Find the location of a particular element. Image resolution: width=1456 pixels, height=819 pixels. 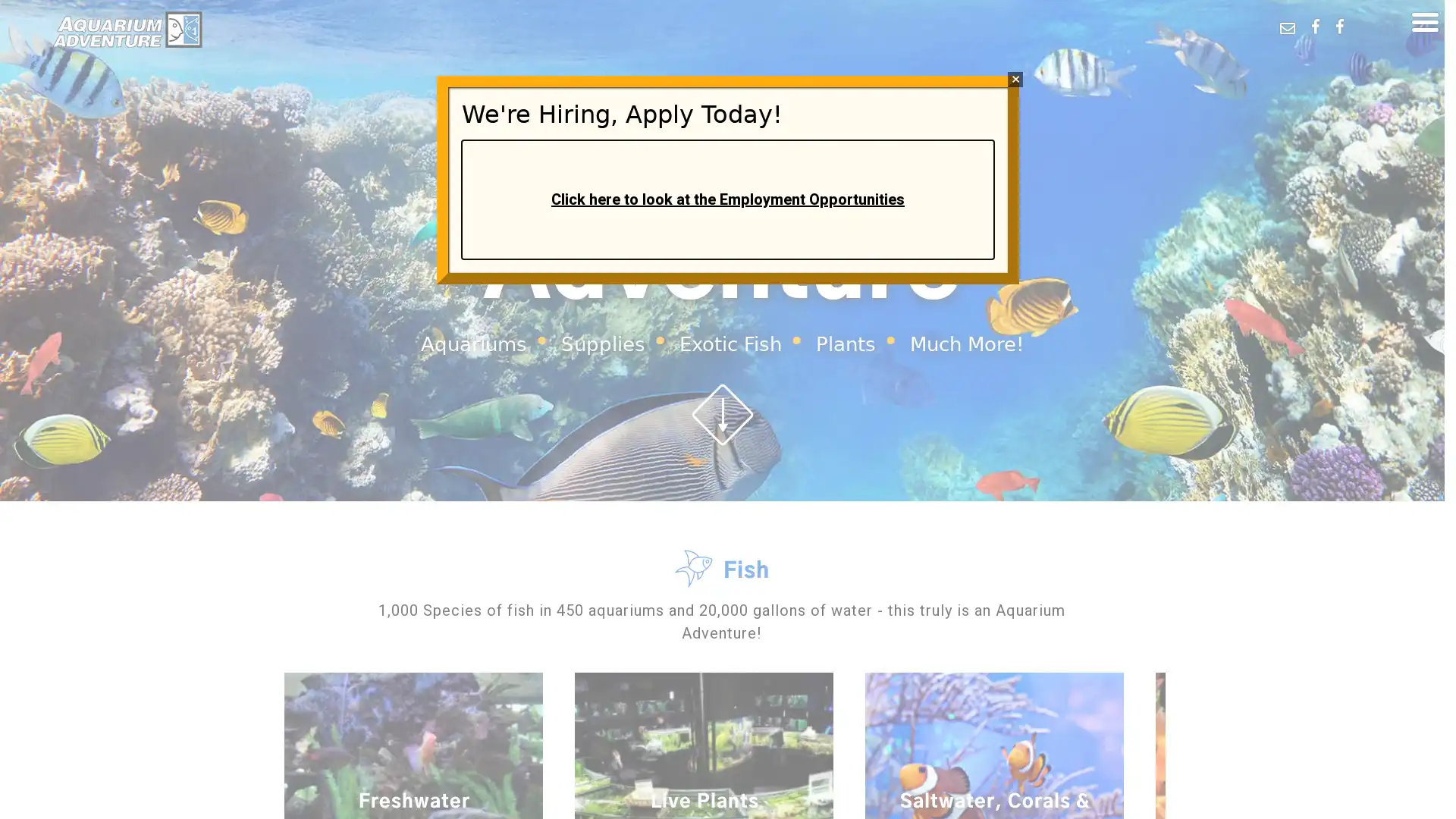

Close is located at coordinates (1015, 79).